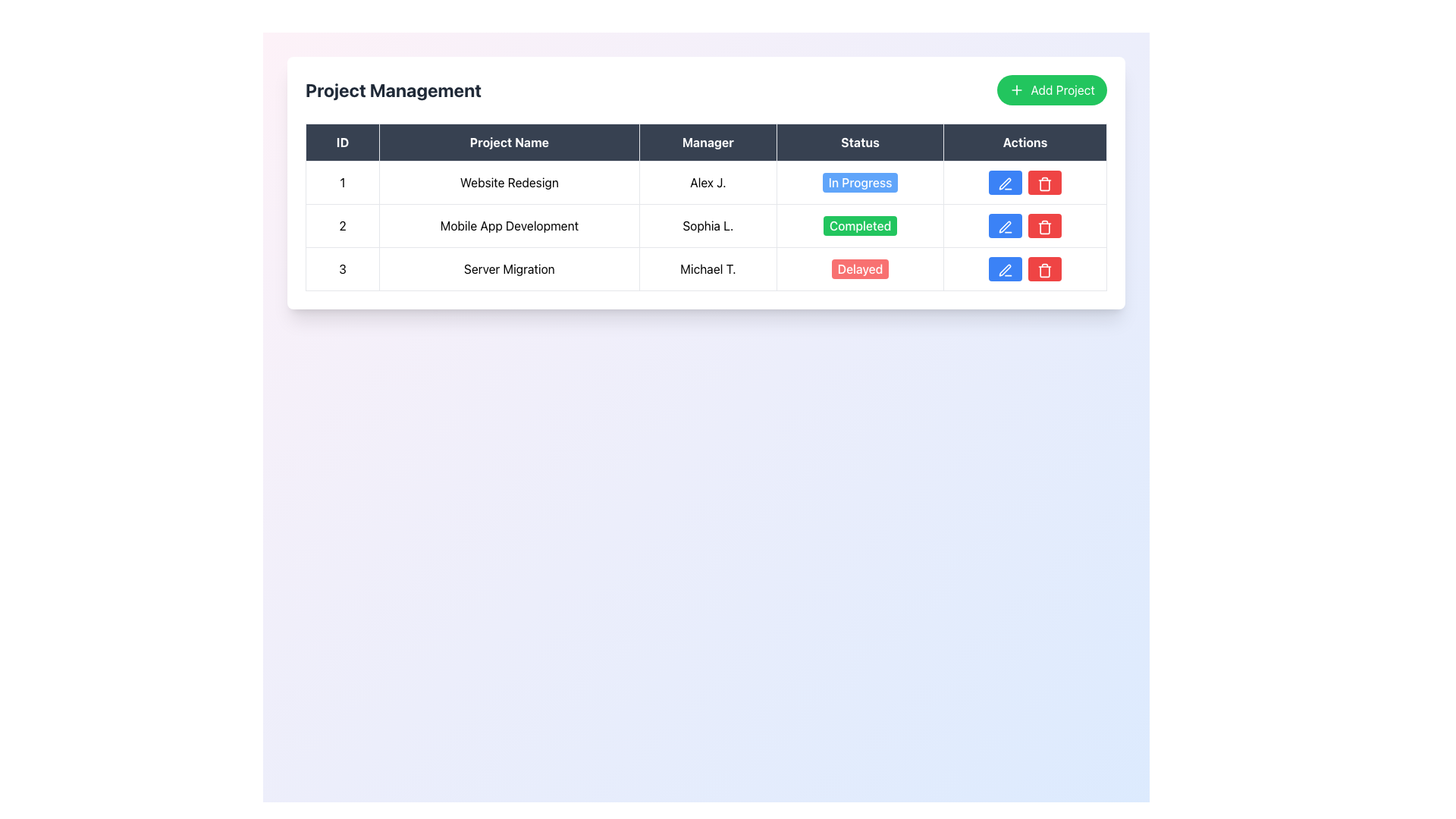  I want to click on the 'Edit' button in the 'Actions' column of the last row corresponding to the 'Server Migration' entry to observe any visual feedback, so click(1006, 268).